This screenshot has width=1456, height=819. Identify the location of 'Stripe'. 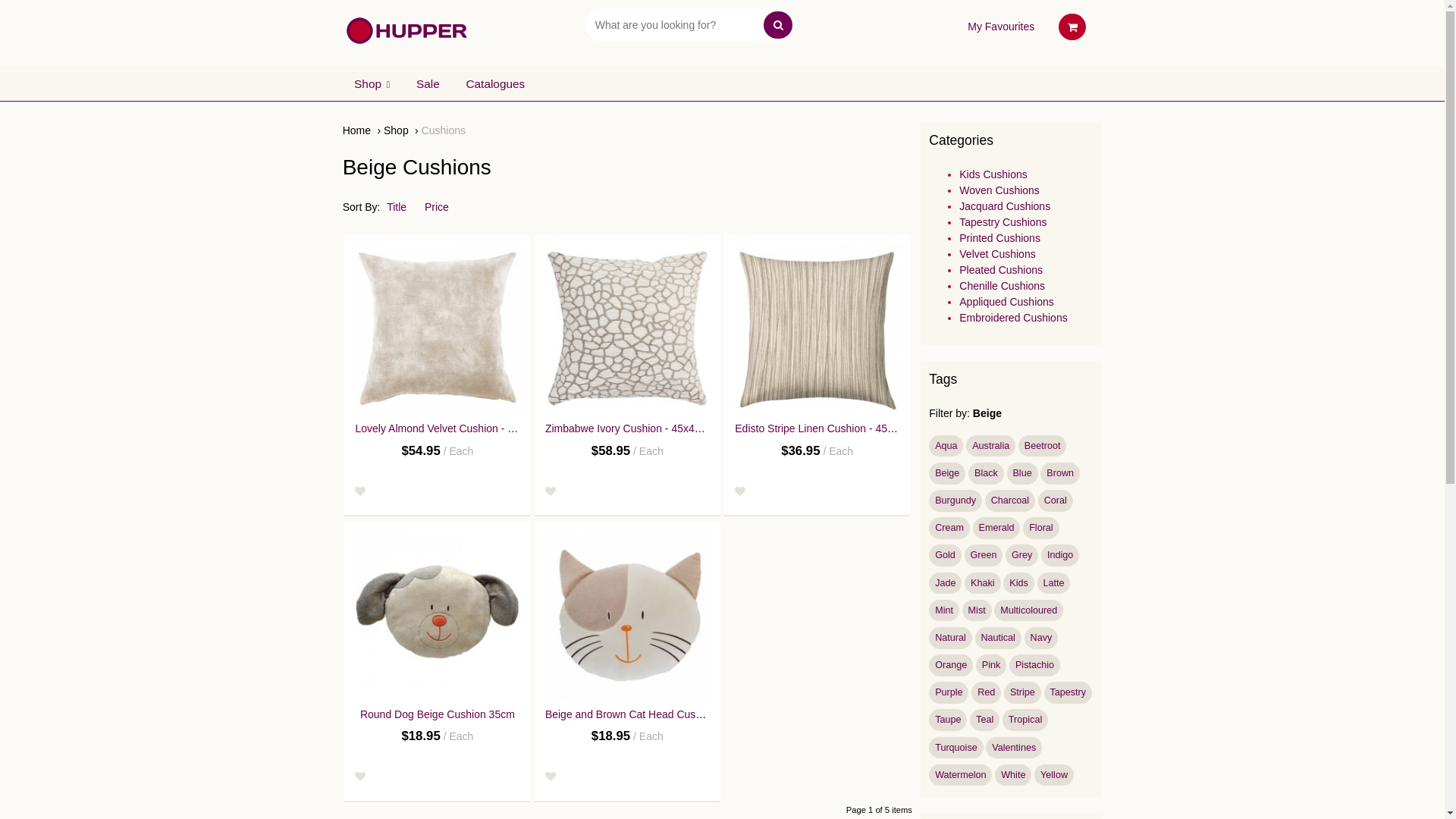
(1022, 692).